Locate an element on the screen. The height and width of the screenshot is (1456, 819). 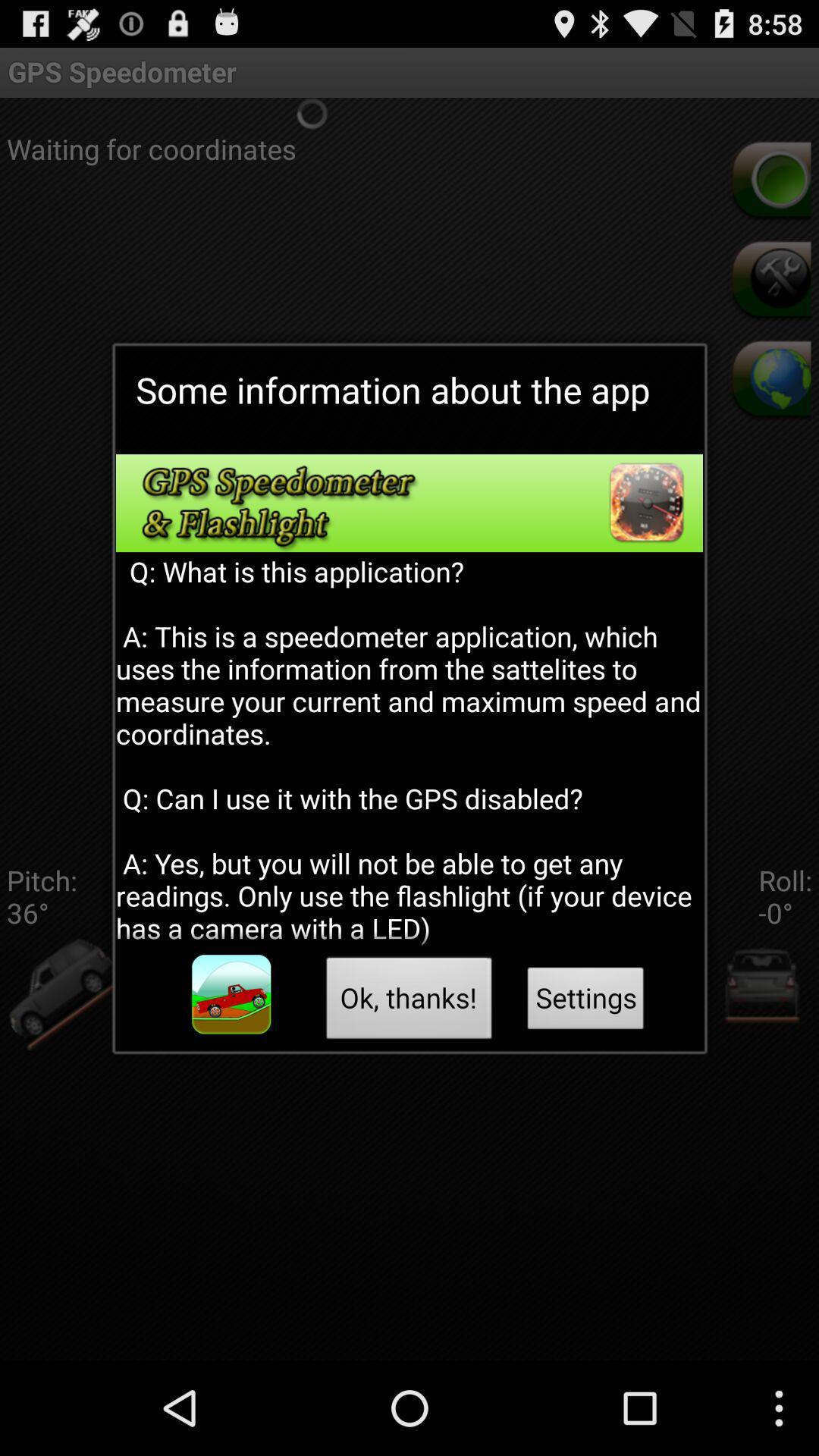
car games is located at coordinates (231, 994).